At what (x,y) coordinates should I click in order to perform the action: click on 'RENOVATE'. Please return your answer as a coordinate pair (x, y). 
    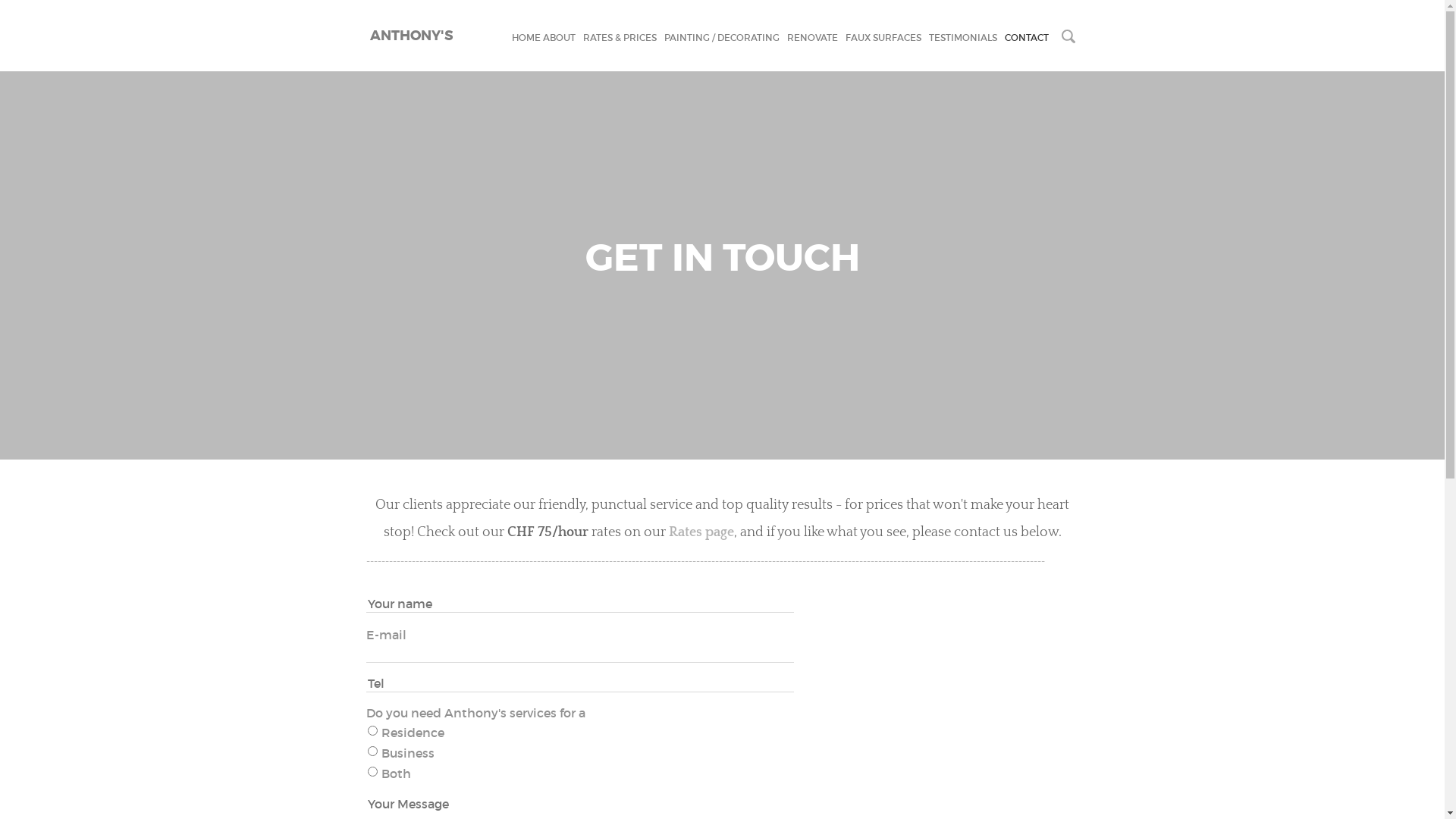
    Looking at the image, I should click on (786, 36).